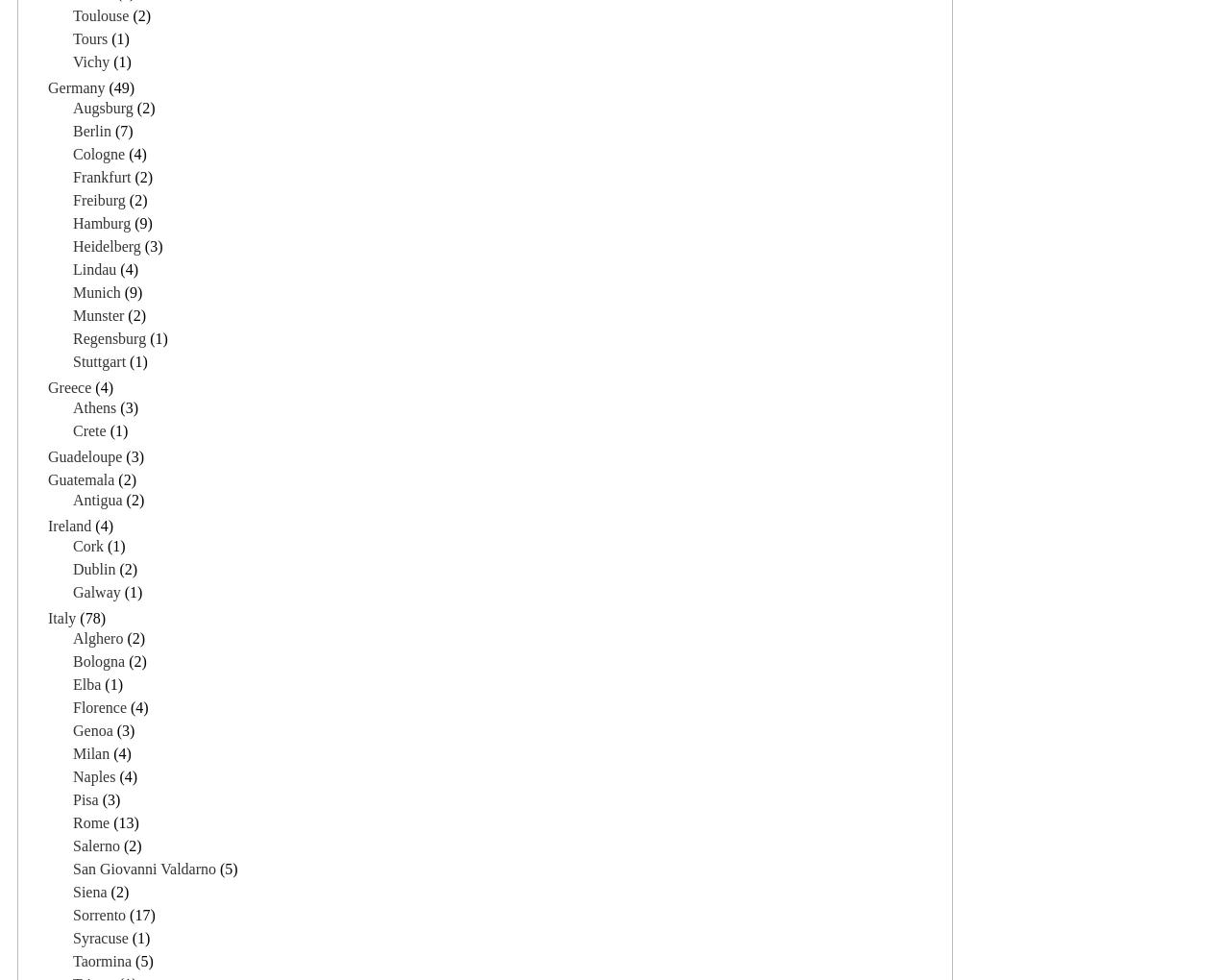  Describe the element at coordinates (69, 524) in the screenshot. I see `'Ireland'` at that location.